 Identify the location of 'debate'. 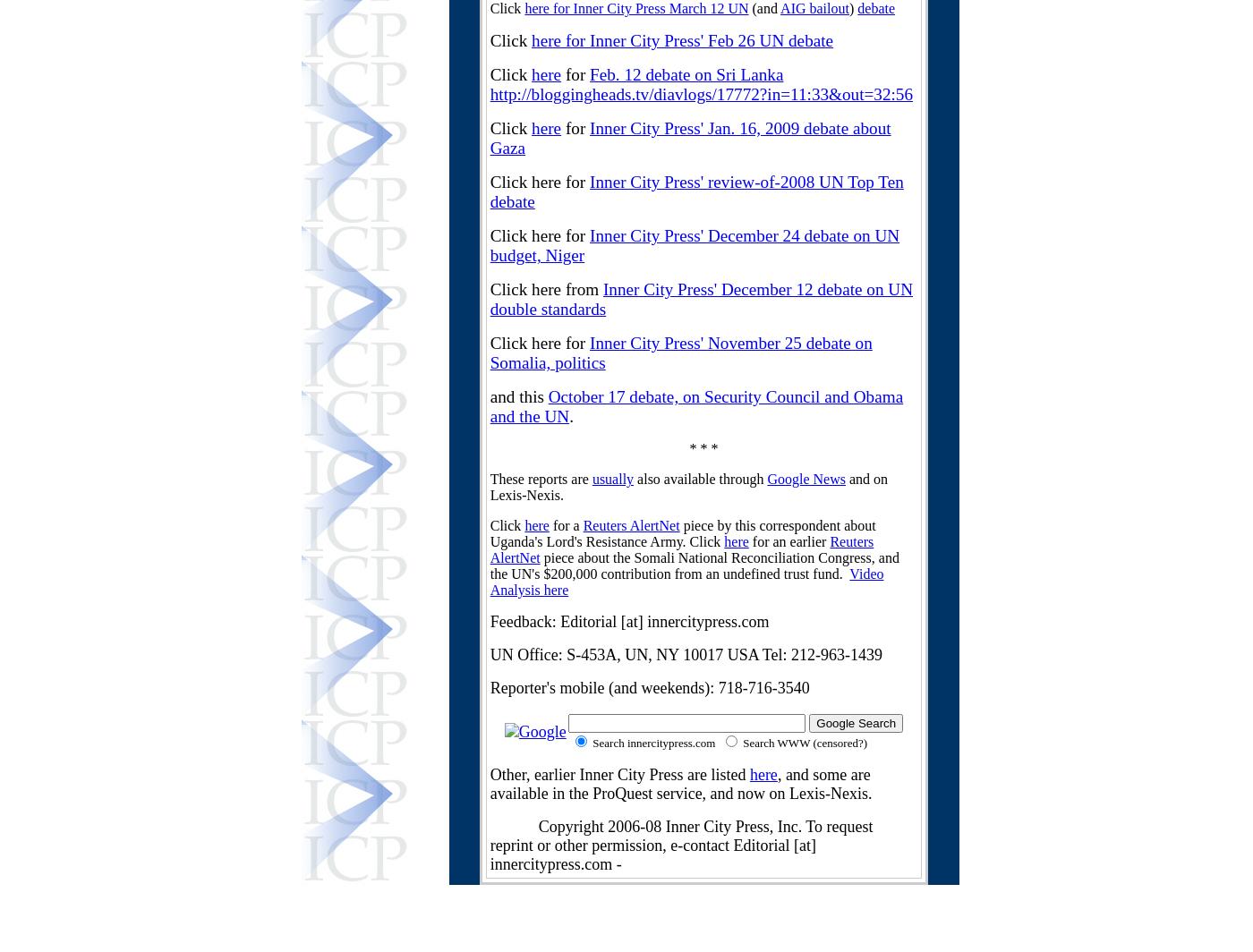
(857, 8).